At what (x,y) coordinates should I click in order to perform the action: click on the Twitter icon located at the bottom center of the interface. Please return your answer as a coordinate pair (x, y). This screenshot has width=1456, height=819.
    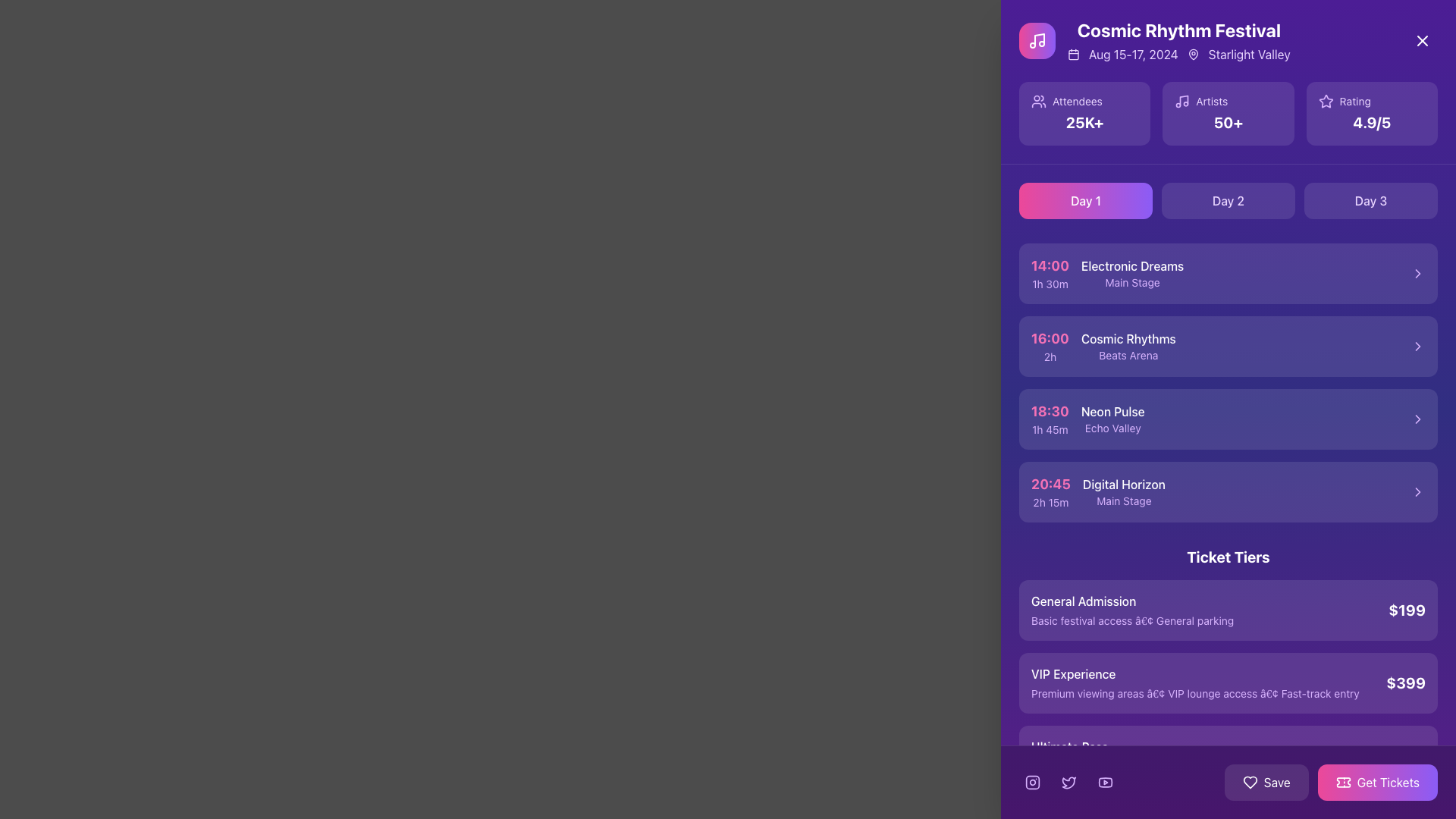
    Looking at the image, I should click on (1068, 783).